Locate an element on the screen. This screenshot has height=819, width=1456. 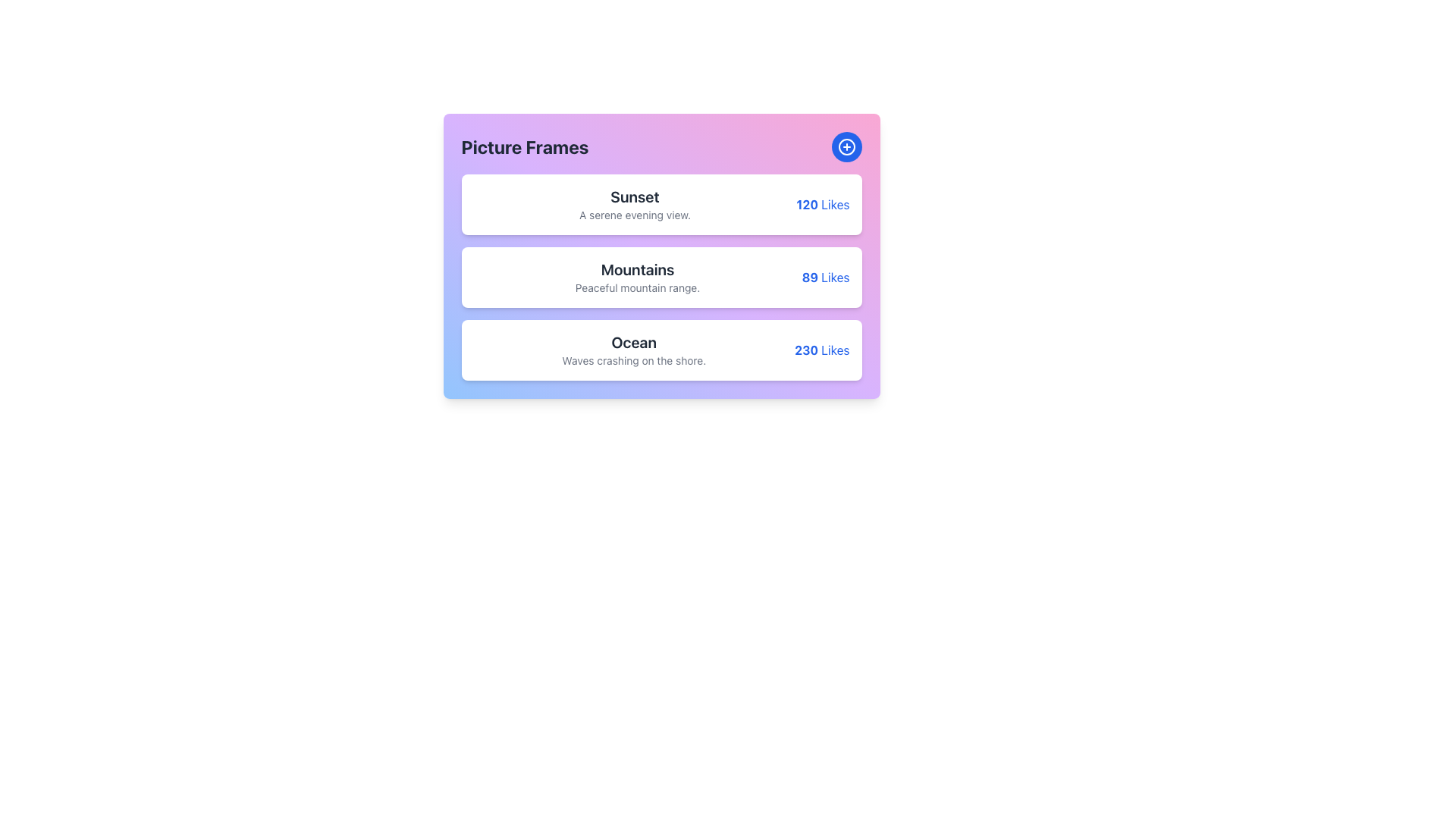
the interactive button in the top-right corner of the 'Picture Frames' section is located at coordinates (846, 146).